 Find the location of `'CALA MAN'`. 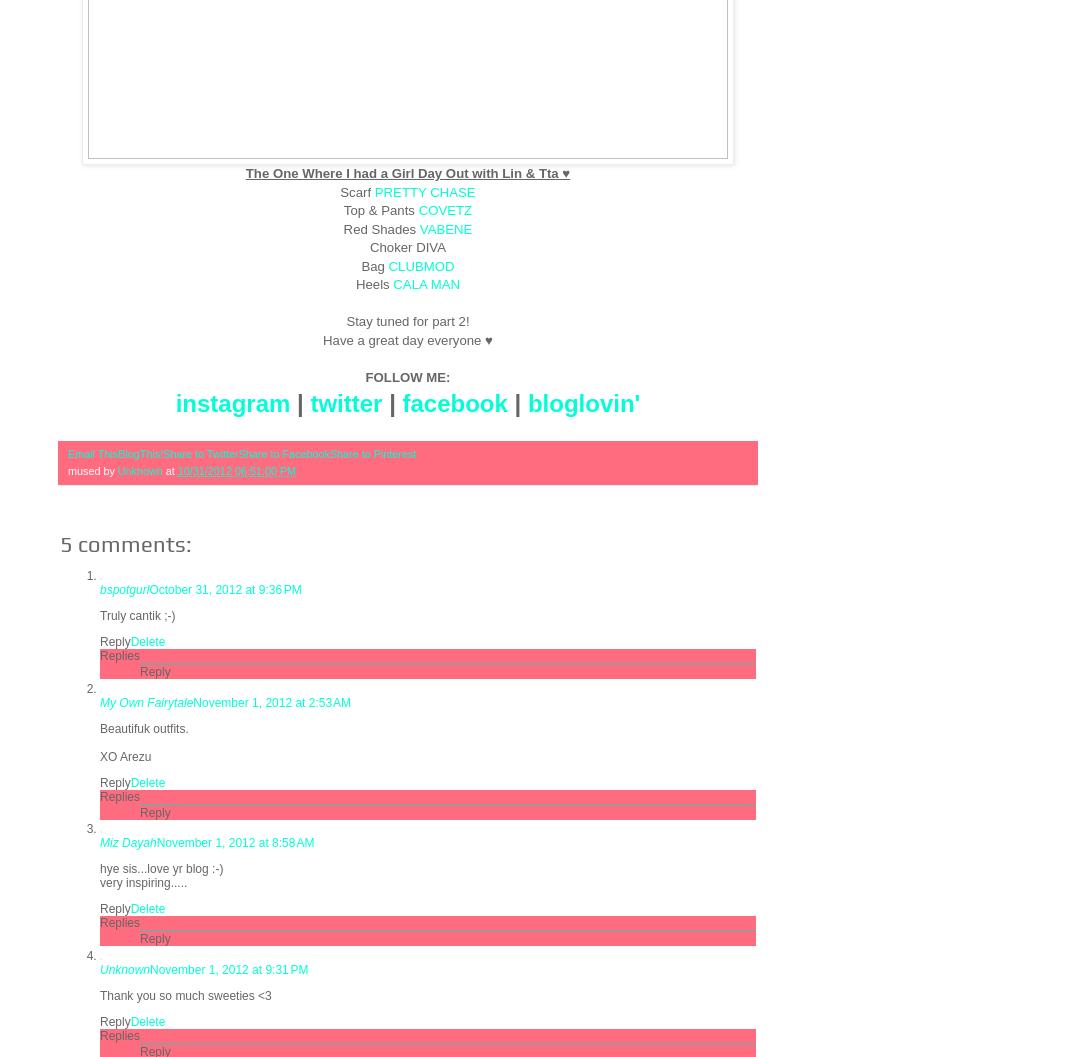

'CALA MAN' is located at coordinates (426, 283).